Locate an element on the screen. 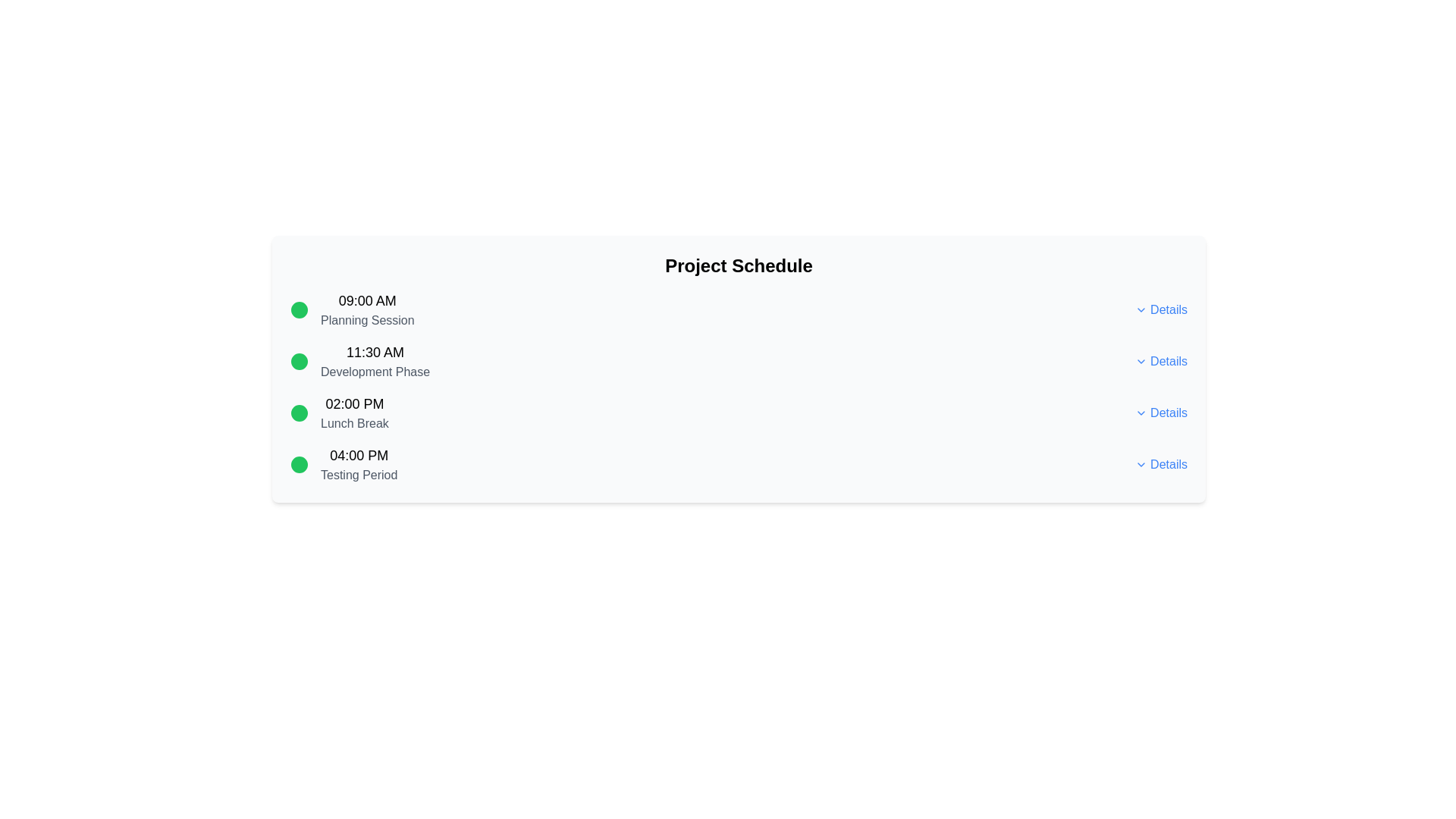 The height and width of the screenshot is (819, 1456). the third green circular indicator in the vertical sequence, which is located to the left of the text '02:00 PM Lunch Break' is located at coordinates (299, 413).